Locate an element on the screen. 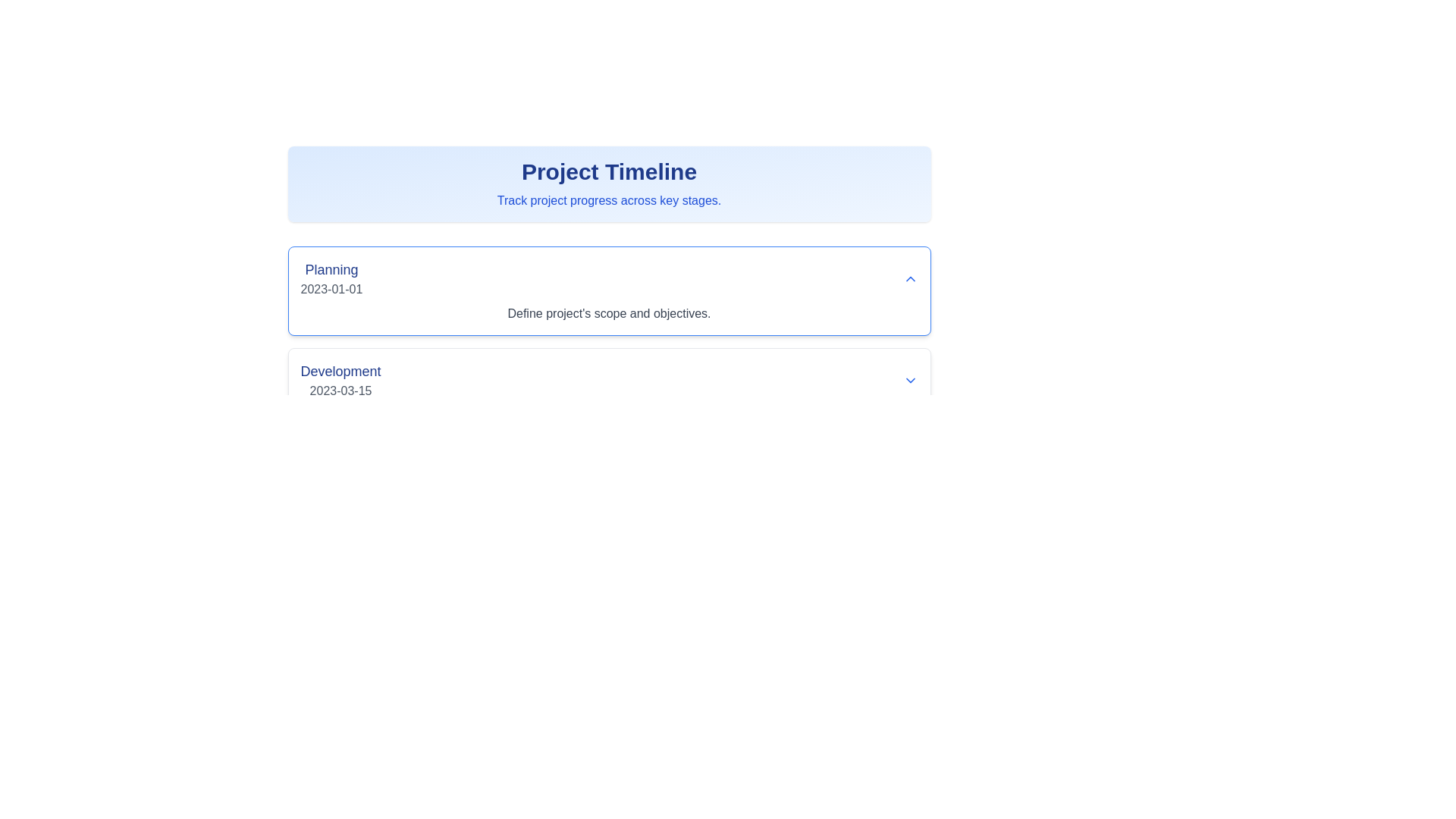  the Text Display element containing the title 'Planning' and the date '2023-01-01', which is located in the upper left part of the section under 'Project Timeline' is located at coordinates (331, 278).